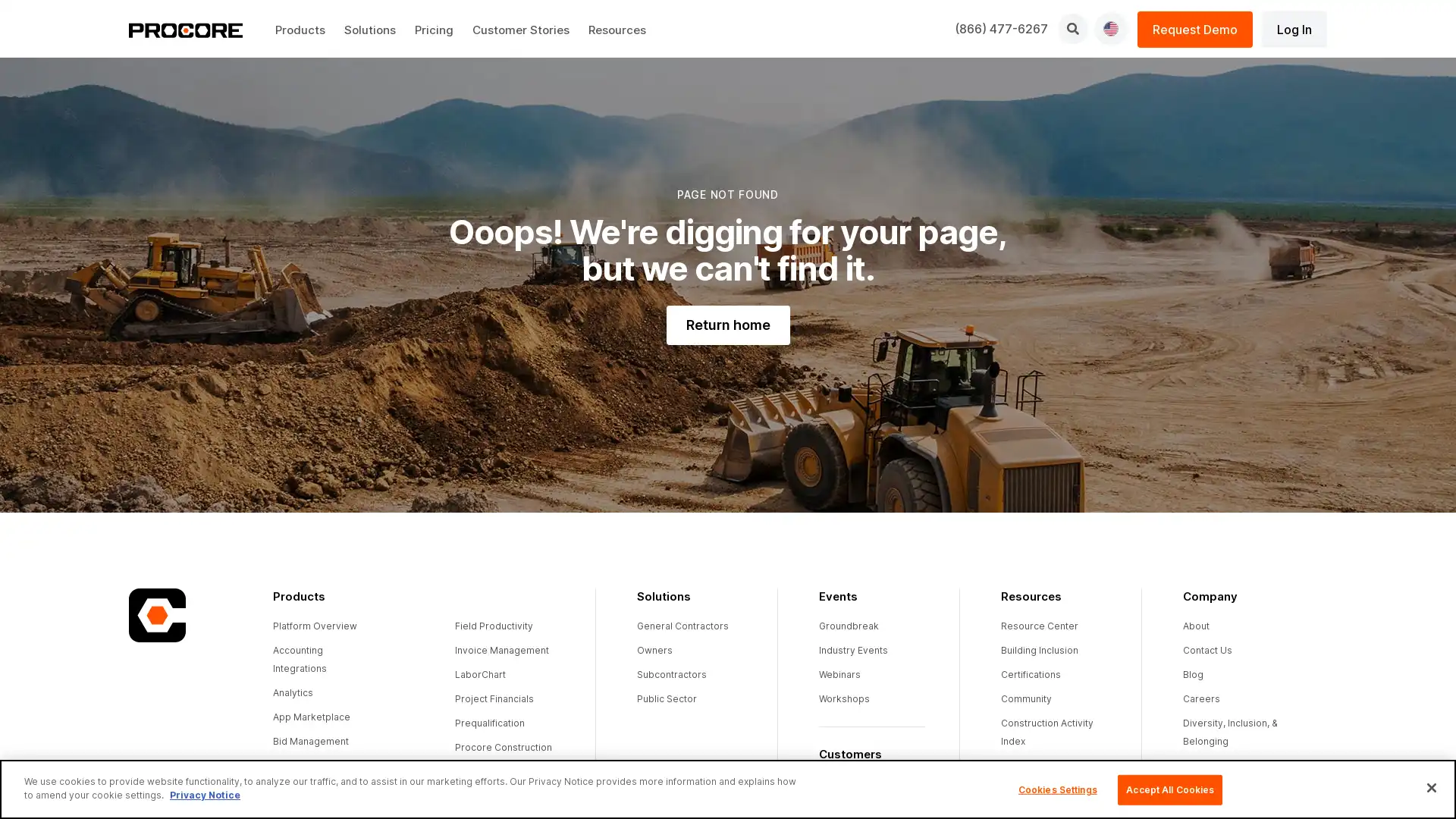 The image size is (1456, 819). What do you see at coordinates (1430, 786) in the screenshot?
I see `Close` at bounding box center [1430, 786].